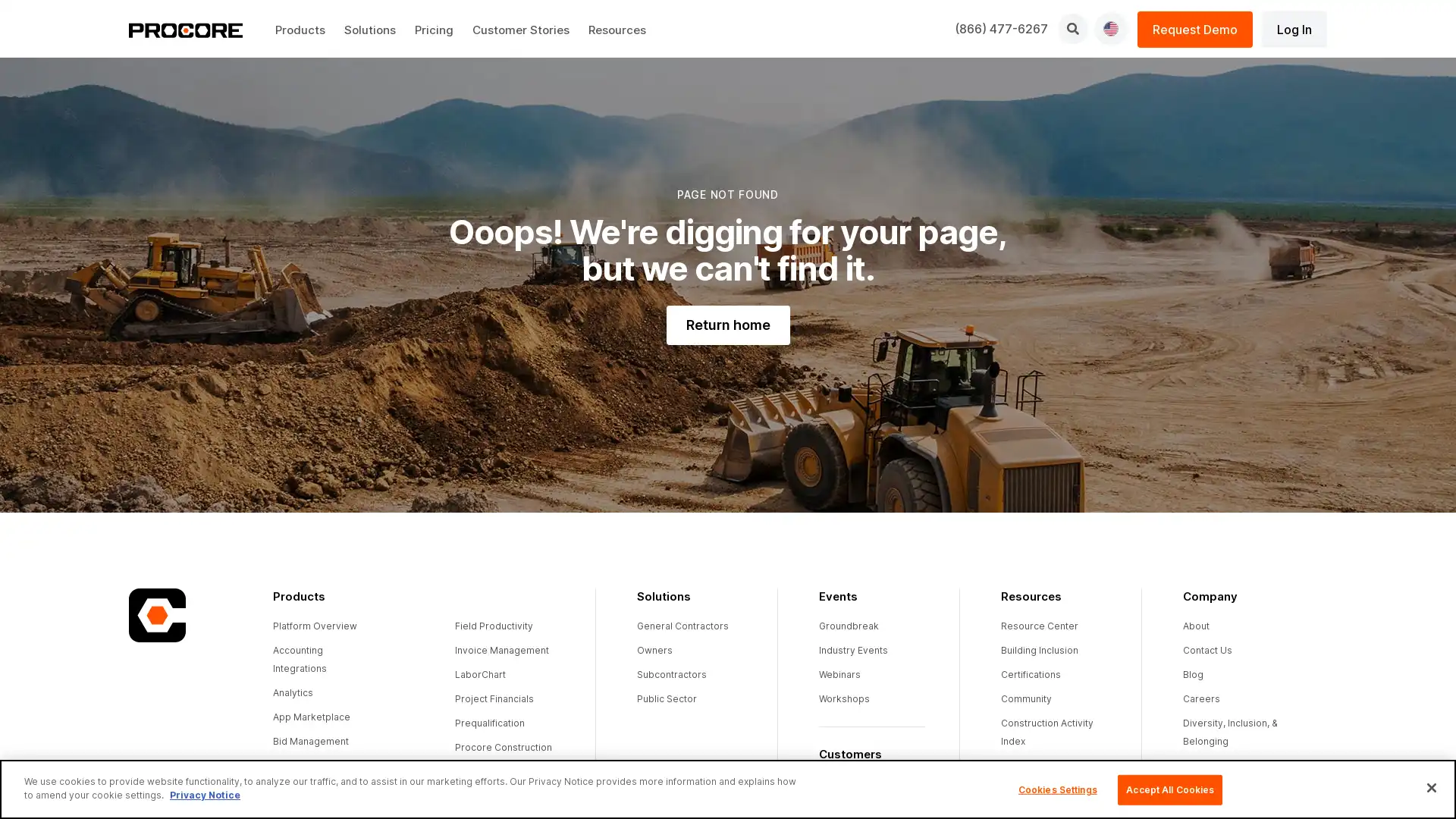 The image size is (1456, 819). What do you see at coordinates (1430, 786) in the screenshot?
I see `Close` at bounding box center [1430, 786].